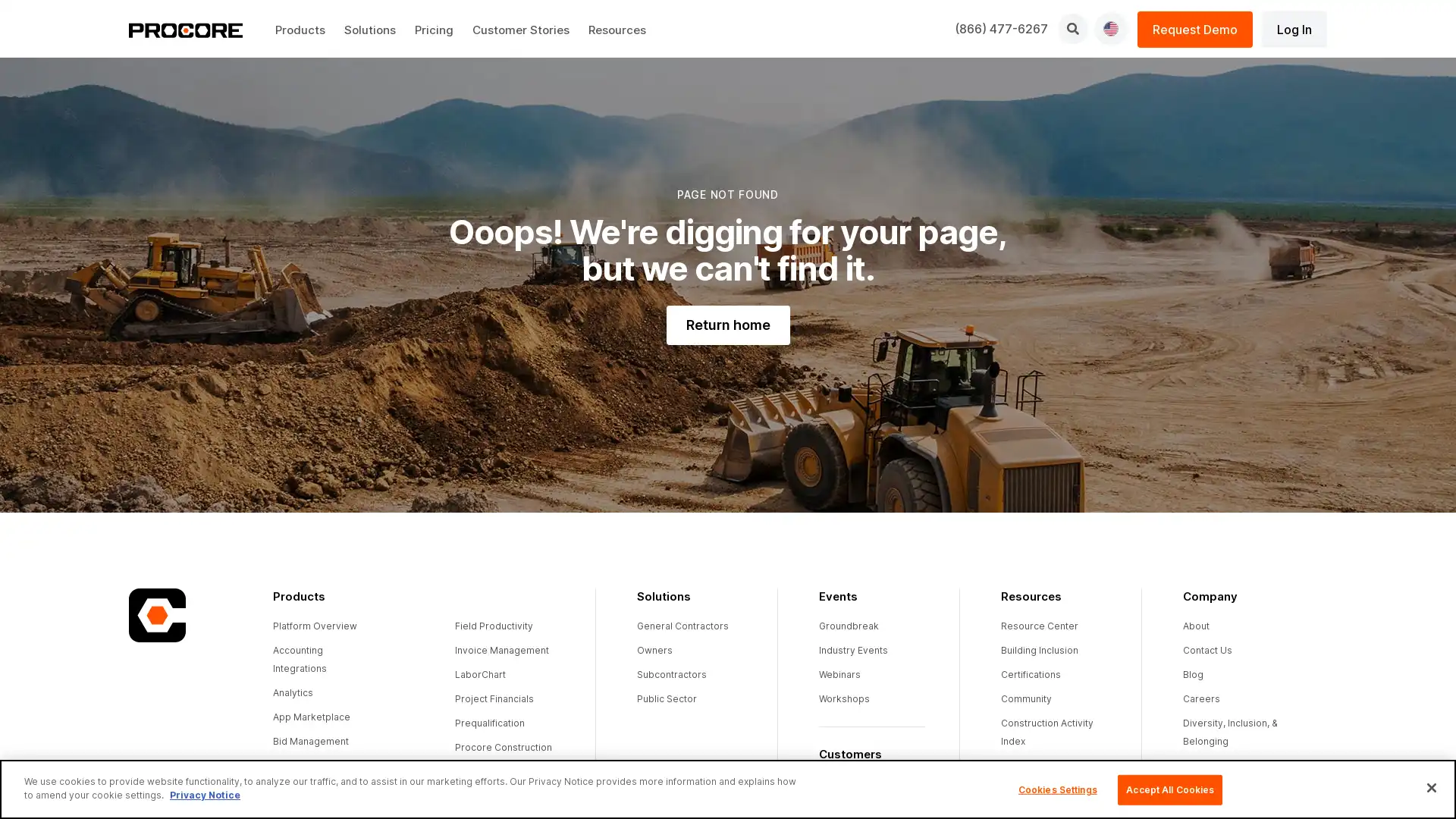 The image size is (1456, 819). What do you see at coordinates (1430, 786) in the screenshot?
I see `Close` at bounding box center [1430, 786].